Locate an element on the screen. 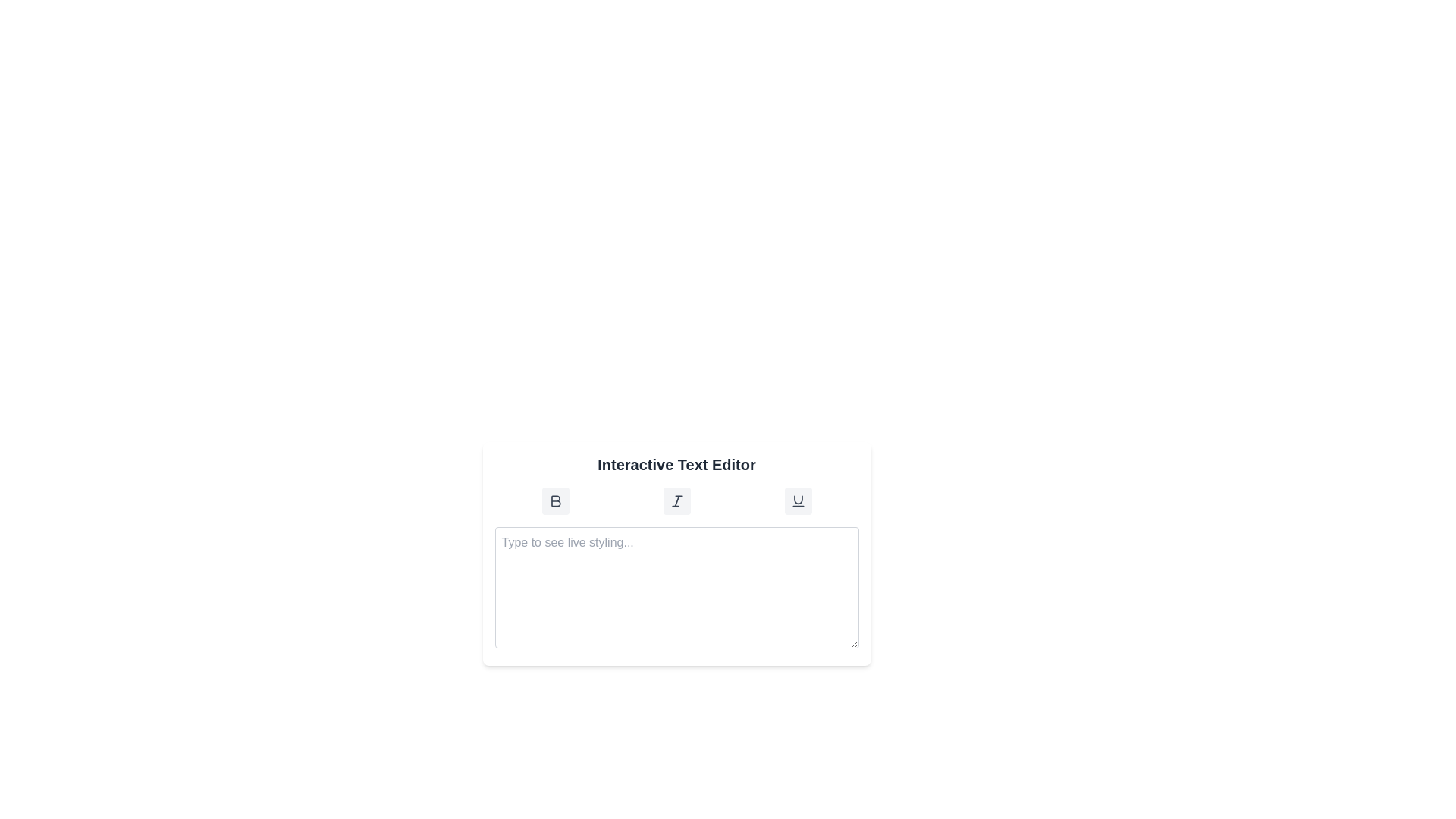 This screenshot has width=1456, height=819. the stylized underline icon located on the right side of the text formatting tool panel is located at coordinates (797, 500).